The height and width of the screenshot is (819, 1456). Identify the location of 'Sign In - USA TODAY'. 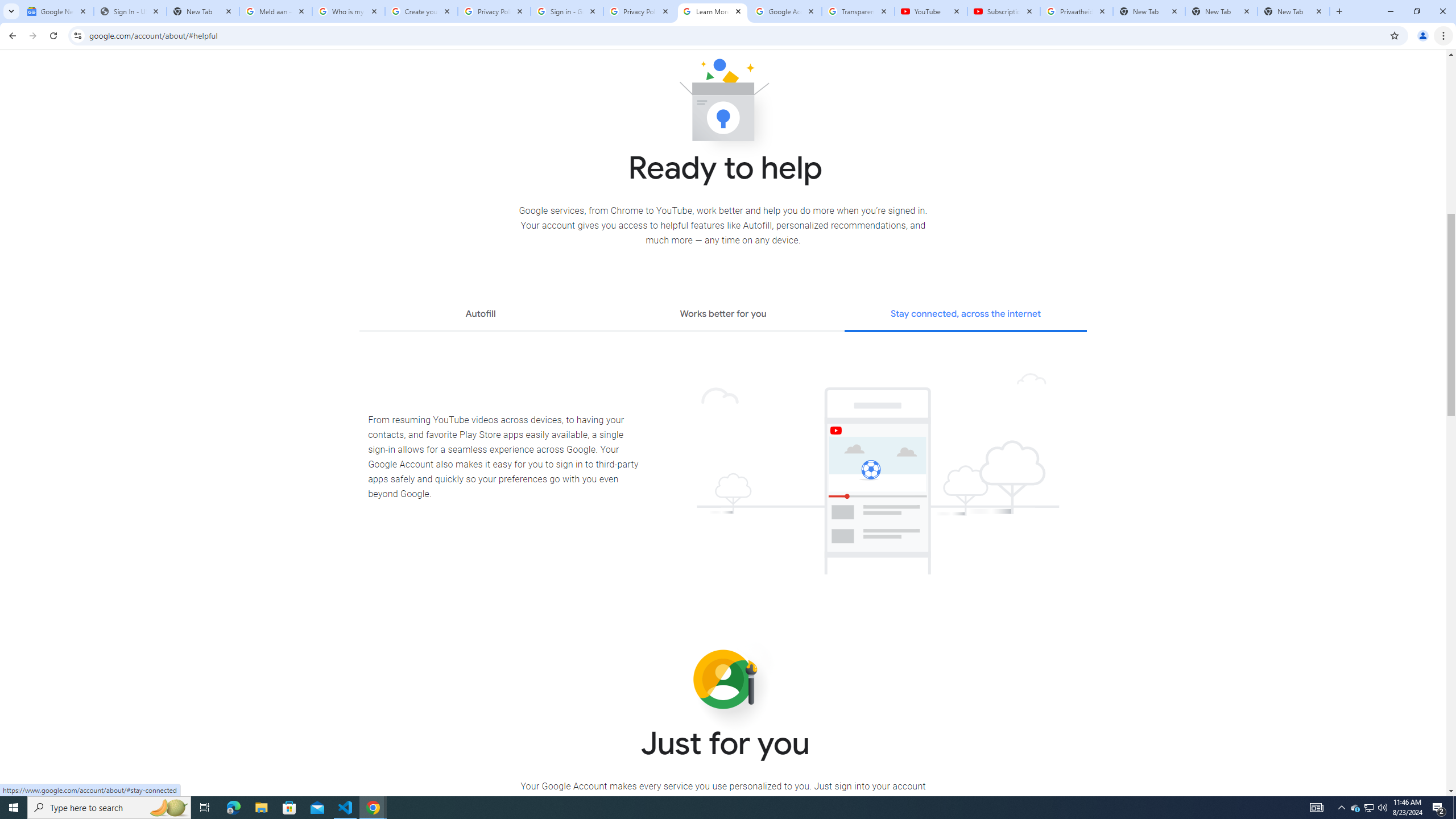
(130, 11).